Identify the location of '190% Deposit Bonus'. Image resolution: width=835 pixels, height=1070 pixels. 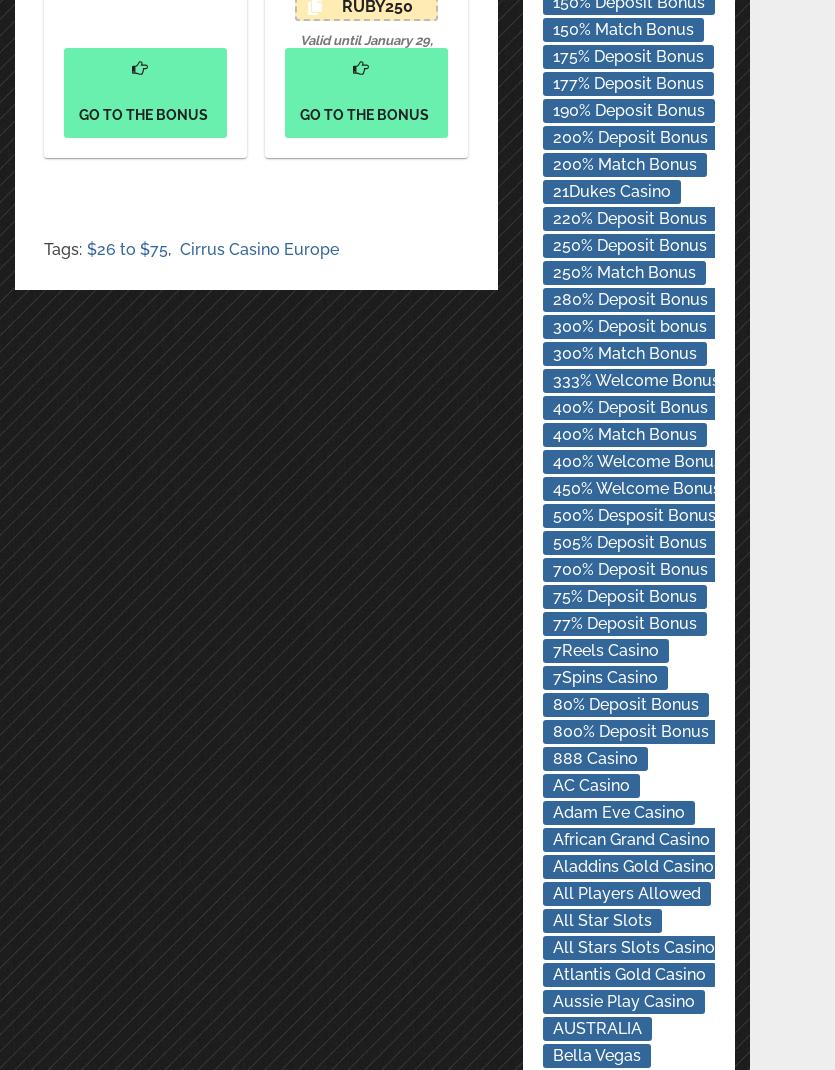
(627, 110).